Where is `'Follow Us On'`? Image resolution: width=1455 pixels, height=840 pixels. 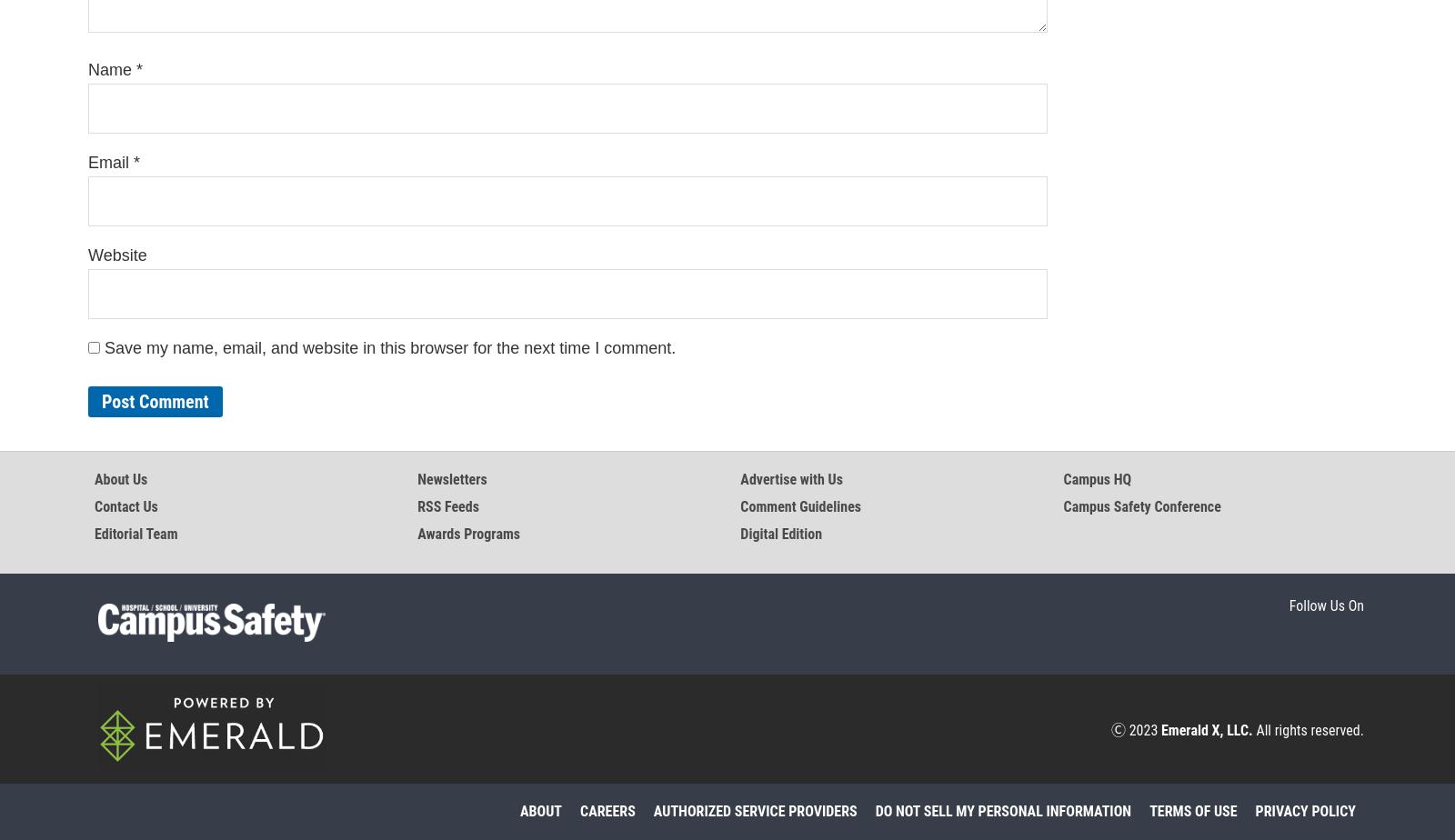 'Follow Us On' is located at coordinates (1326, 605).